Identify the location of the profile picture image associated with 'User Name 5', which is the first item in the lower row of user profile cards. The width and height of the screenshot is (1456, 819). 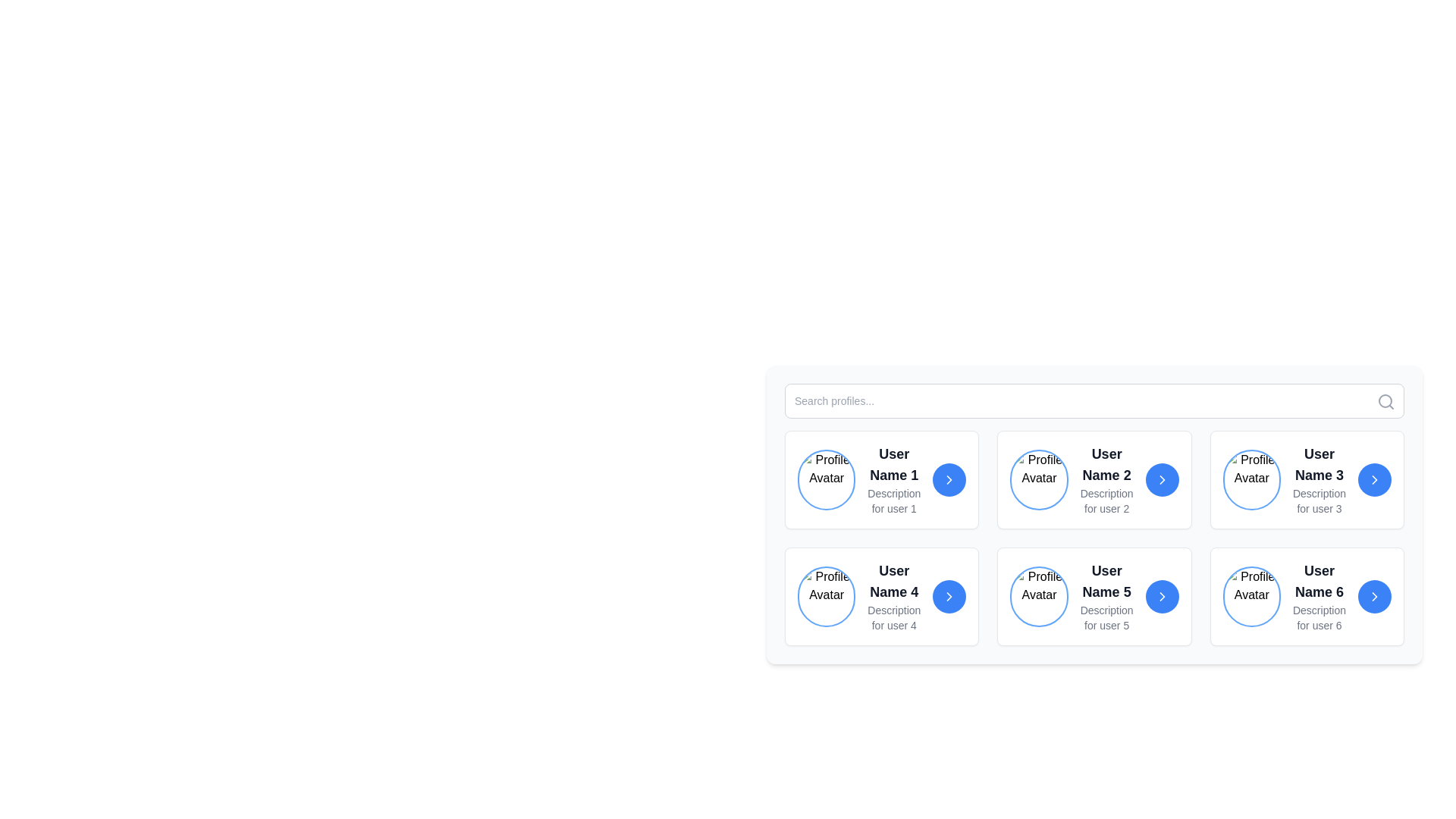
(1038, 595).